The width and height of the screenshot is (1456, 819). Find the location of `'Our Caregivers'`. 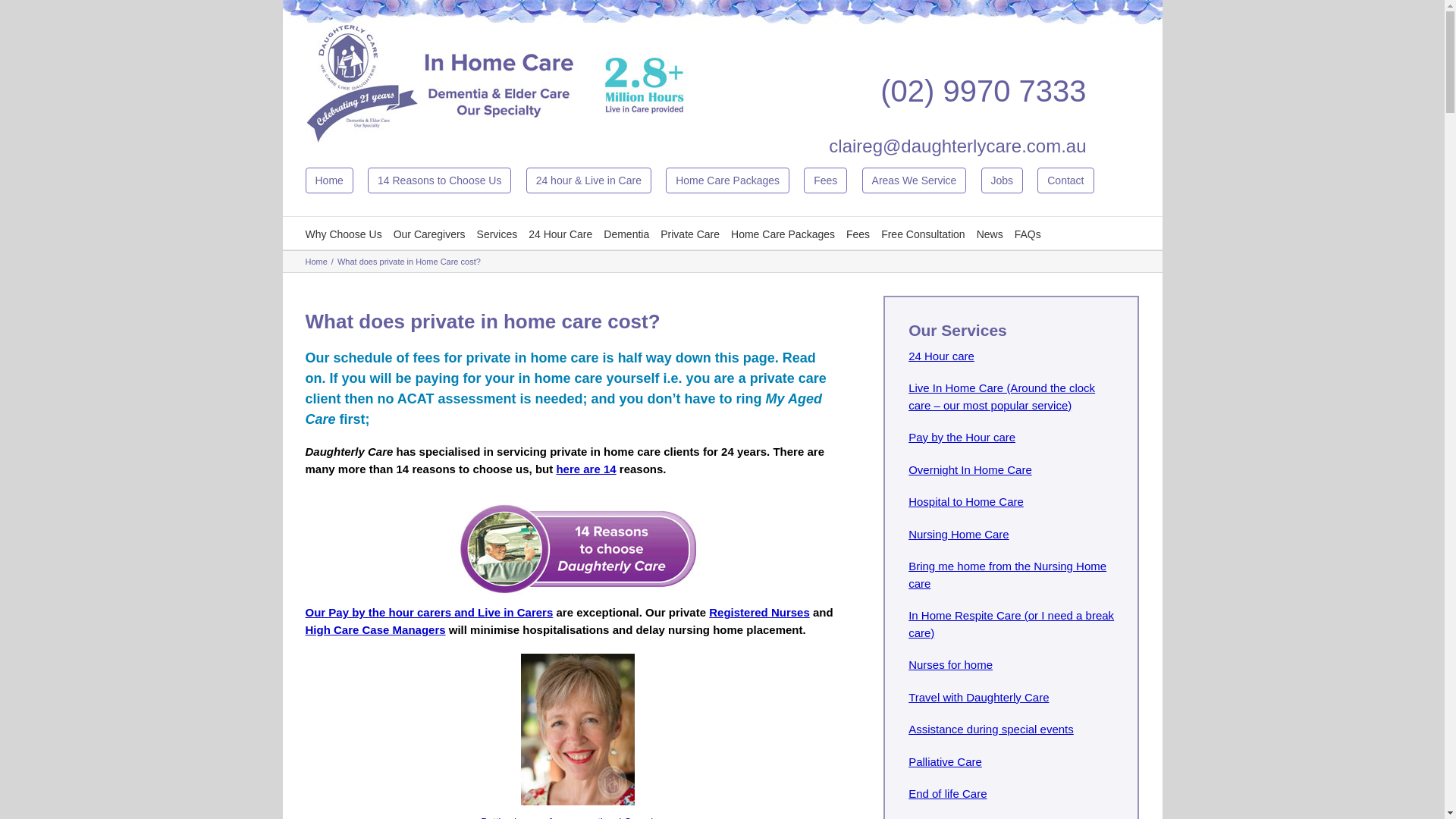

'Our Caregivers' is located at coordinates (428, 233).